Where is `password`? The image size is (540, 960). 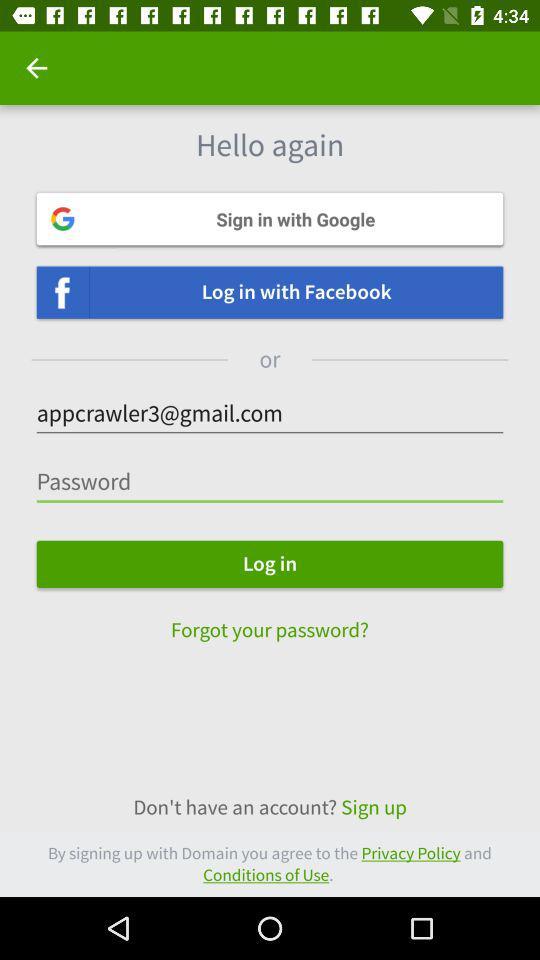
password is located at coordinates (270, 481).